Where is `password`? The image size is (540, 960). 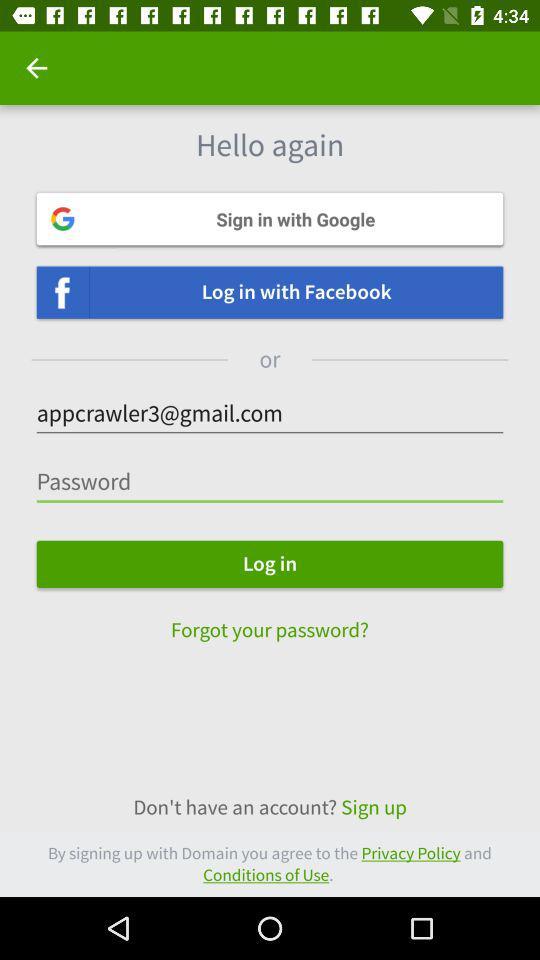
password is located at coordinates (270, 481).